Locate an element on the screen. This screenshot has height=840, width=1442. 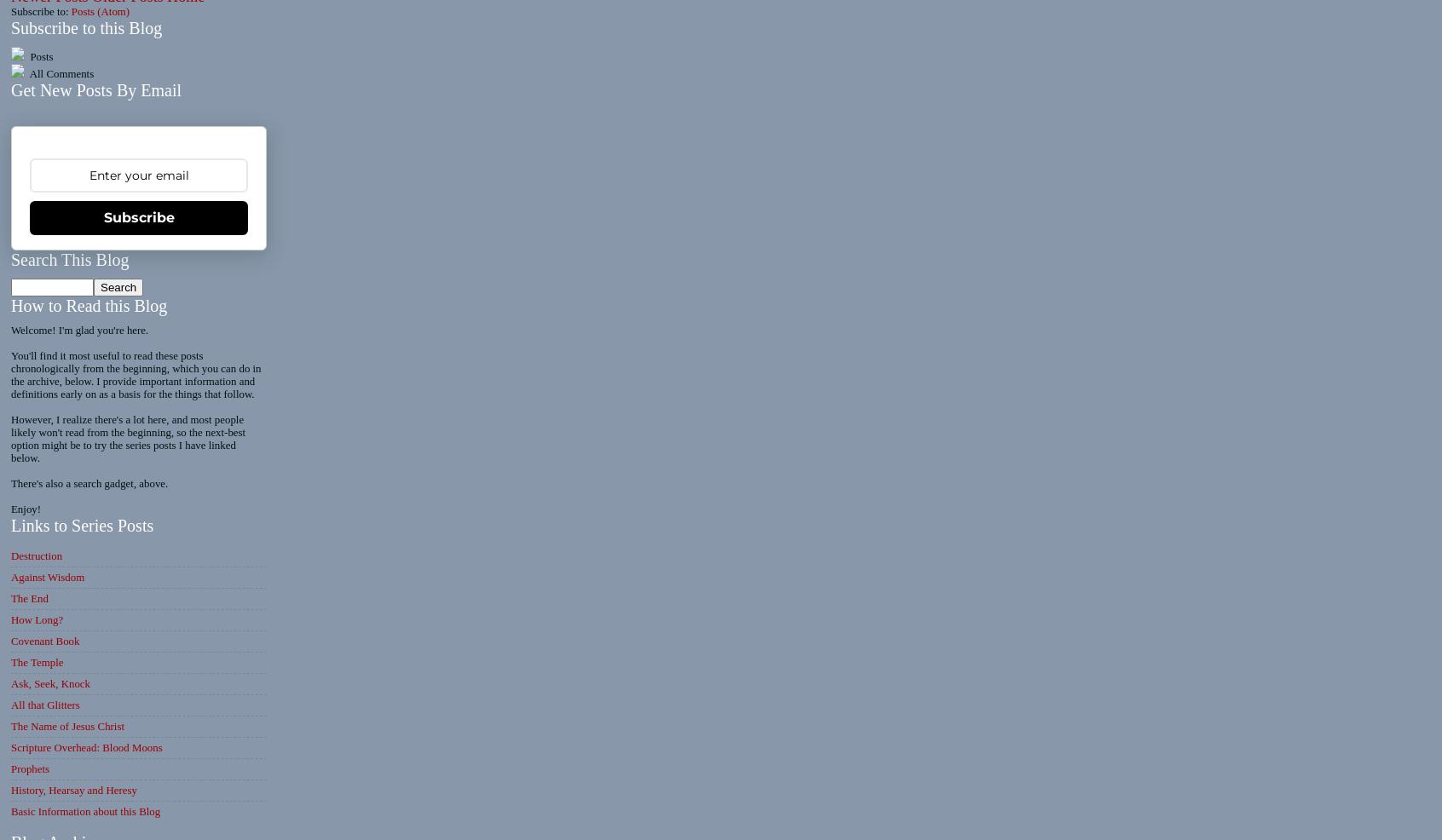
'Destruction' is located at coordinates (35, 555).